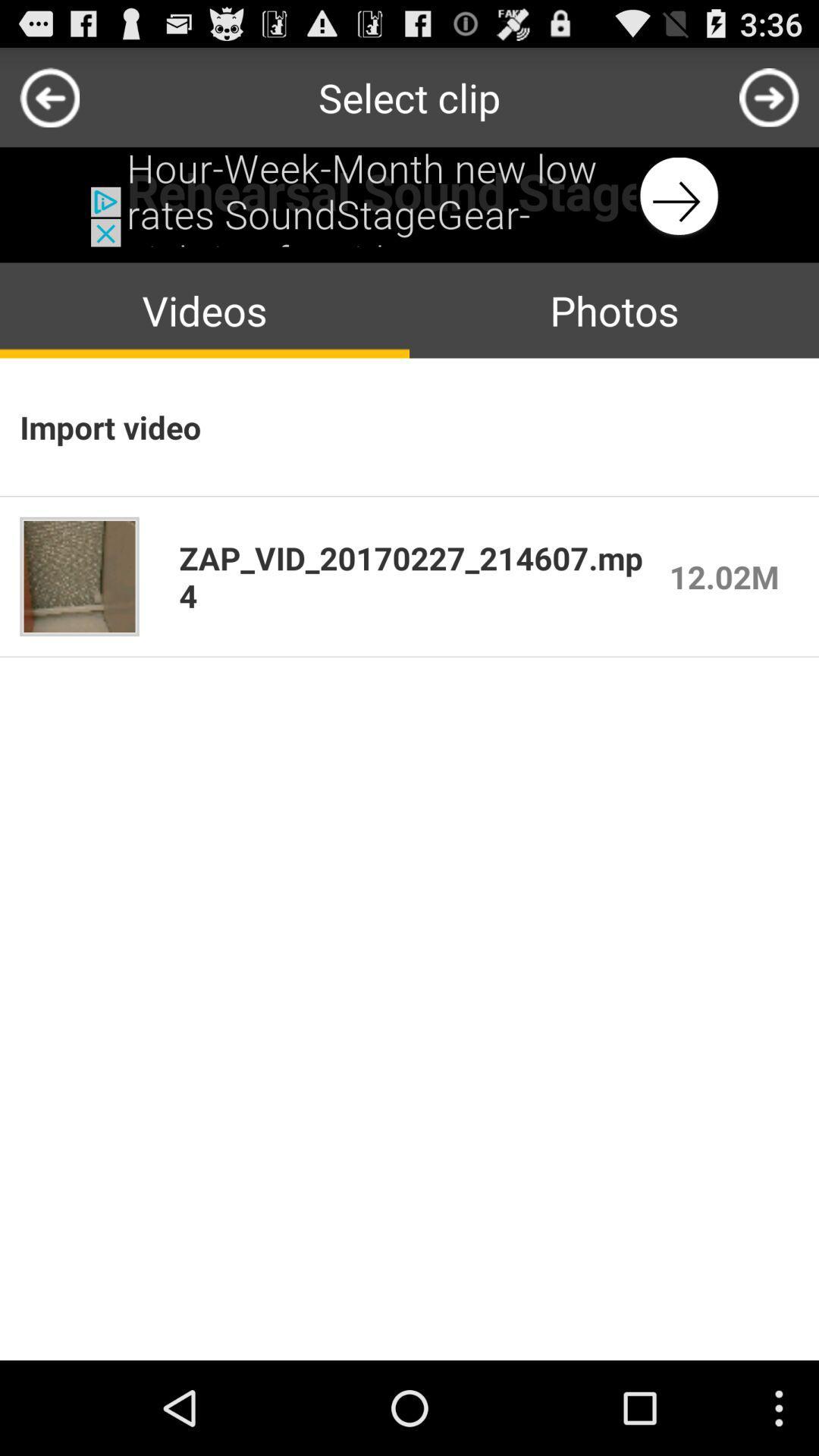 The width and height of the screenshot is (819, 1456). I want to click on next page, so click(769, 96).